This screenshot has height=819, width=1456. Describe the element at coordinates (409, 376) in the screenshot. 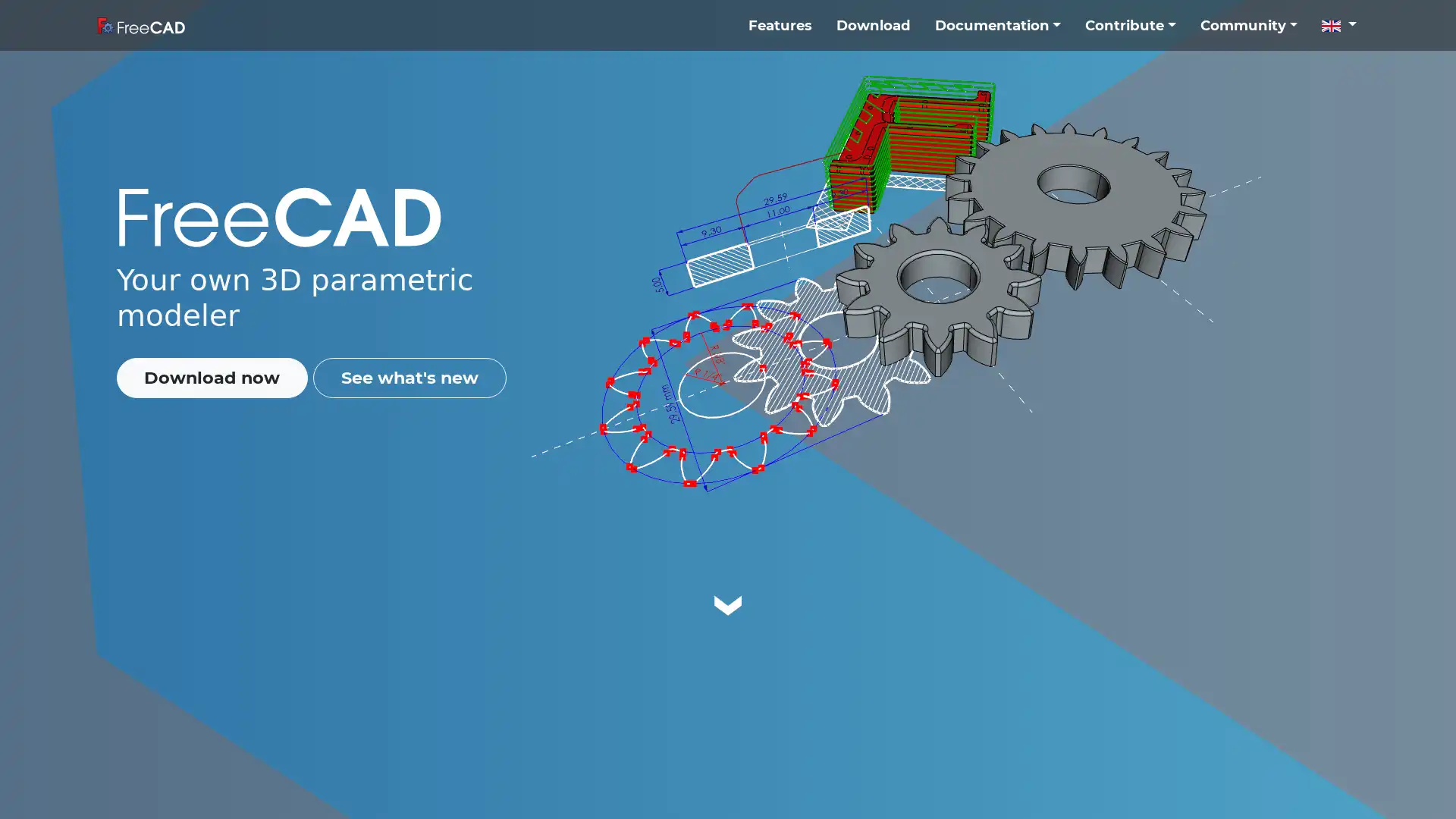

I see `See what's new` at that location.